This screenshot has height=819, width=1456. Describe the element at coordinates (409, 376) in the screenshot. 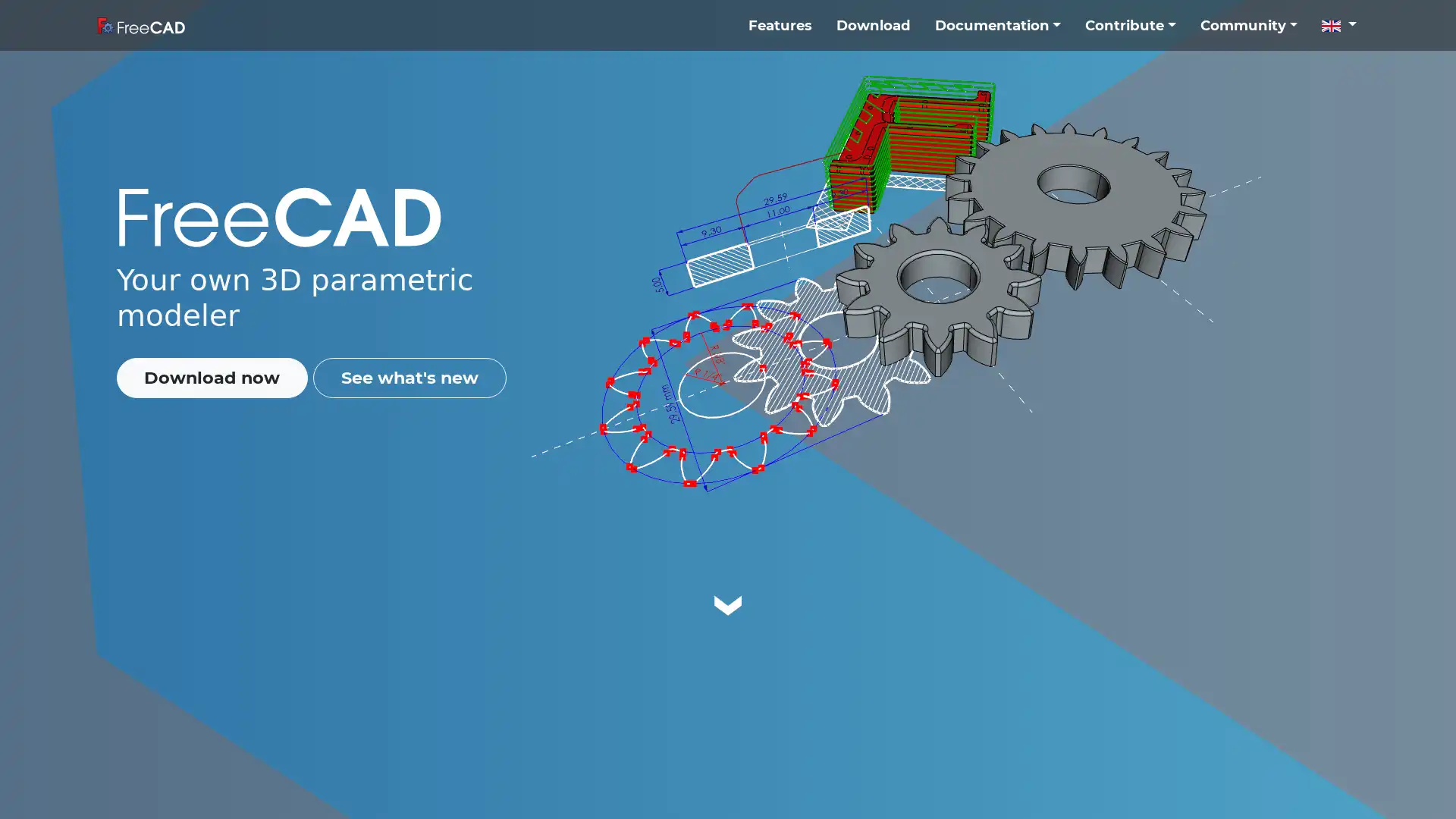

I see `See what's new` at that location.